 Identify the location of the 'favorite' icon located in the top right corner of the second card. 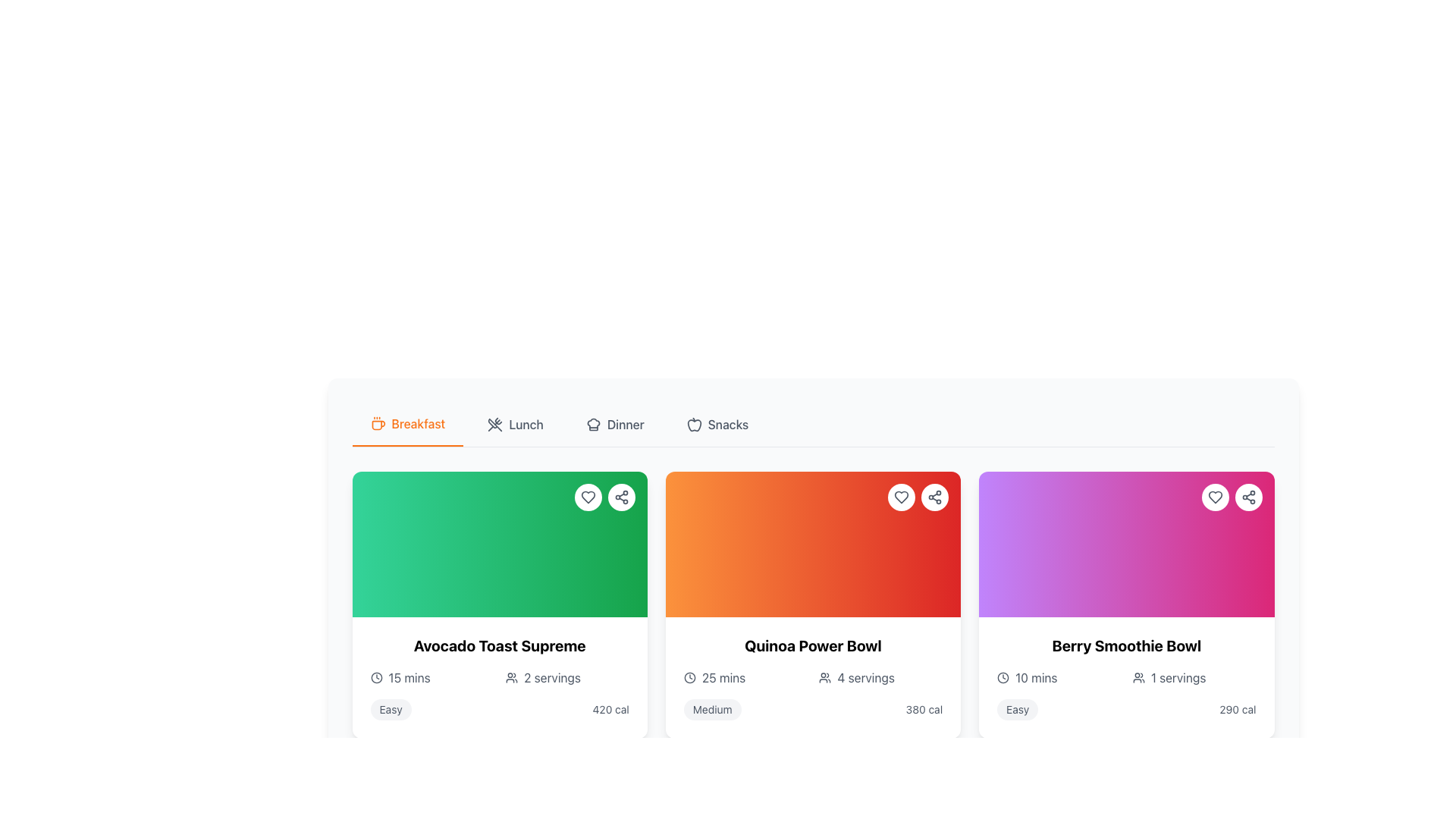
(902, 497).